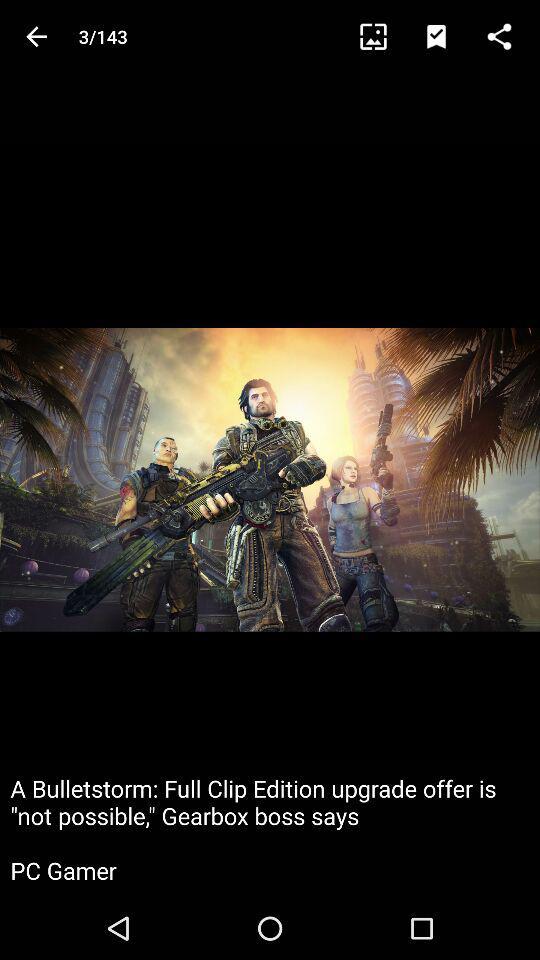 Image resolution: width=540 pixels, height=960 pixels. What do you see at coordinates (36, 35) in the screenshot?
I see `the item to the left of 3/143` at bounding box center [36, 35].